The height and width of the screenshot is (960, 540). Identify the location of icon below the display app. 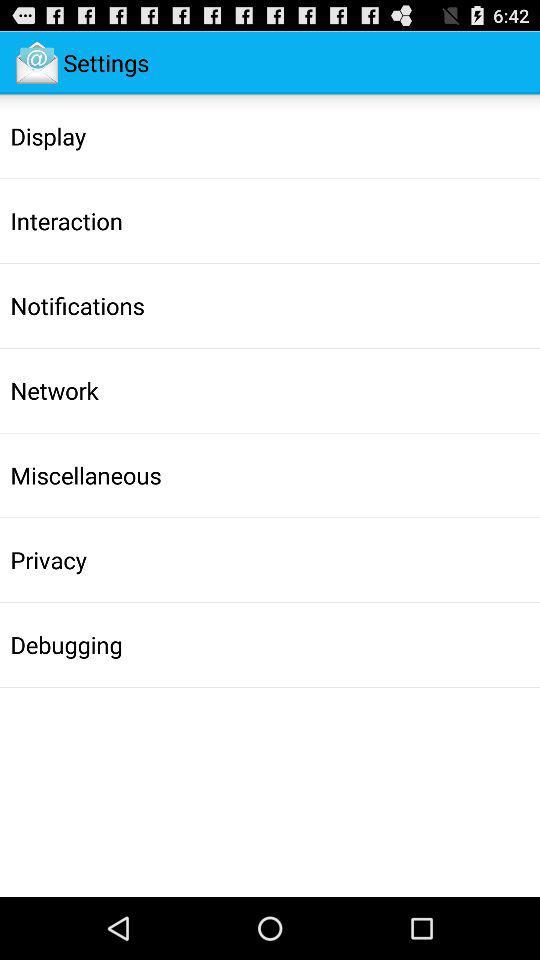
(66, 221).